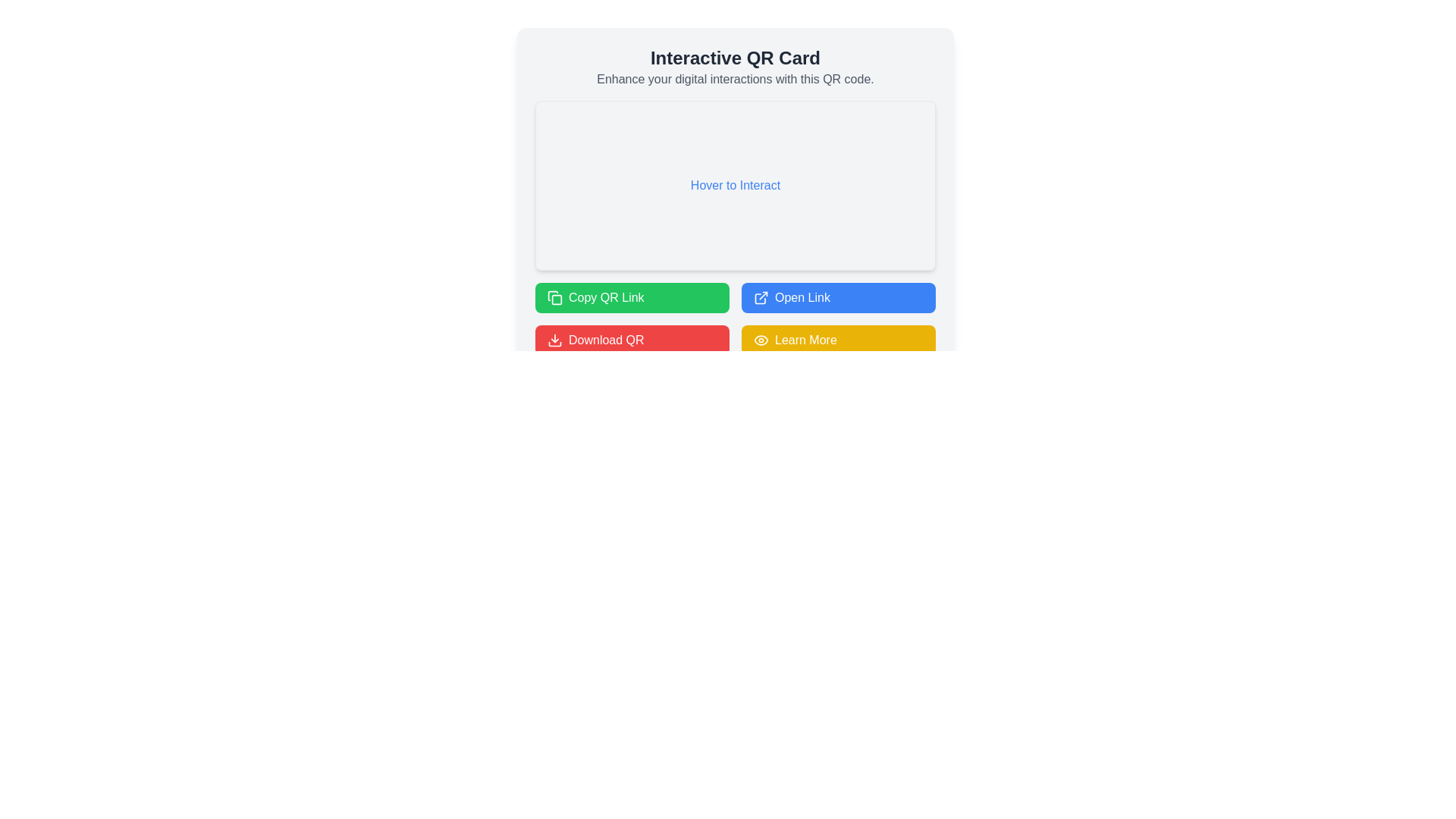 The height and width of the screenshot is (819, 1456). What do you see at coordinates (735, 318) in the screenshot?
I see `the grid layout containing four buttons, which includes a green 'Copy QR Link', a blue 'Open Link', a red 'Download QR', and a yellow 'Learn More'` at bounding box center [735, 318].